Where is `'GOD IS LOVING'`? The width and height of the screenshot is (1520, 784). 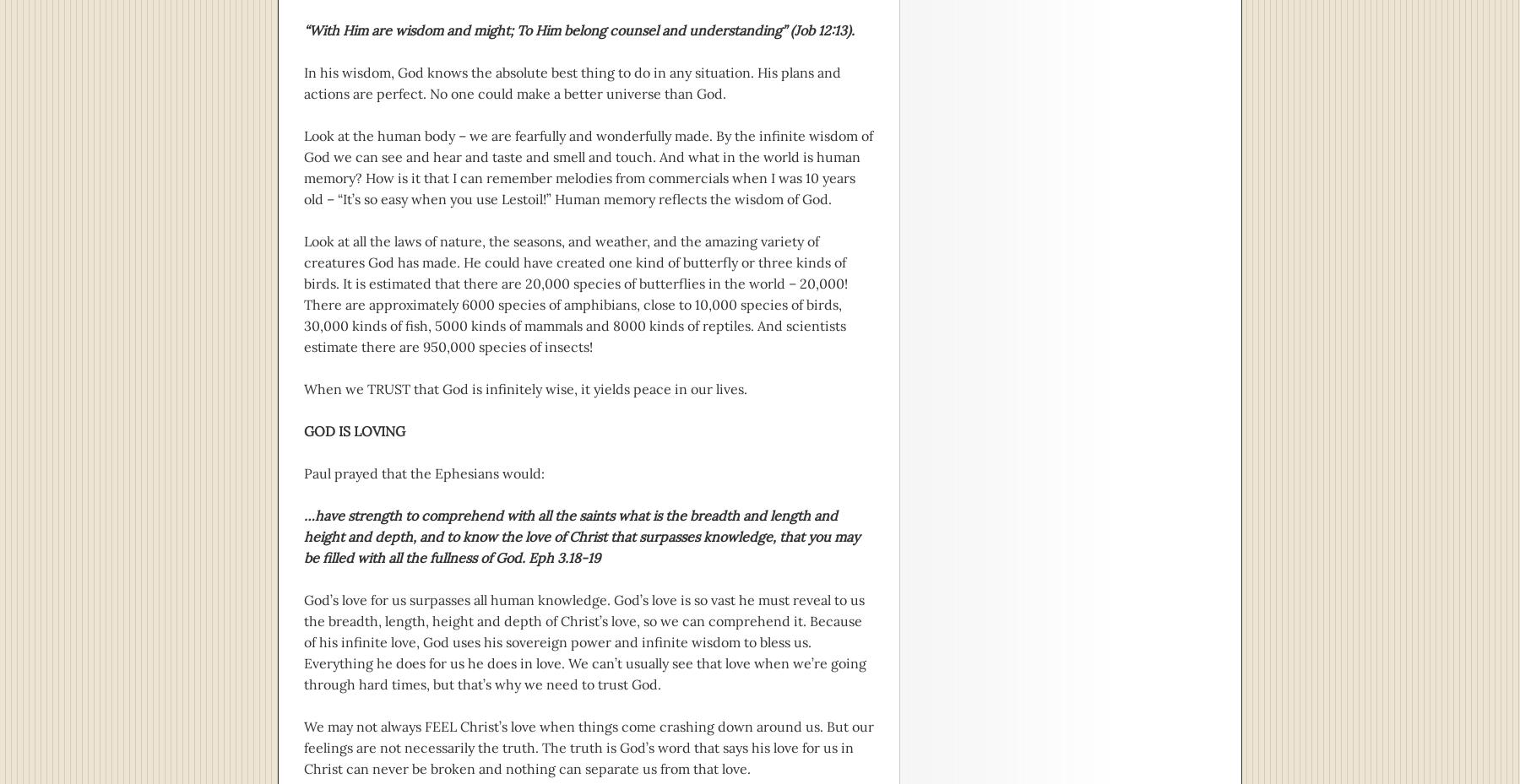
'GOD IS LOVING' is located at coordinates (354, 431).